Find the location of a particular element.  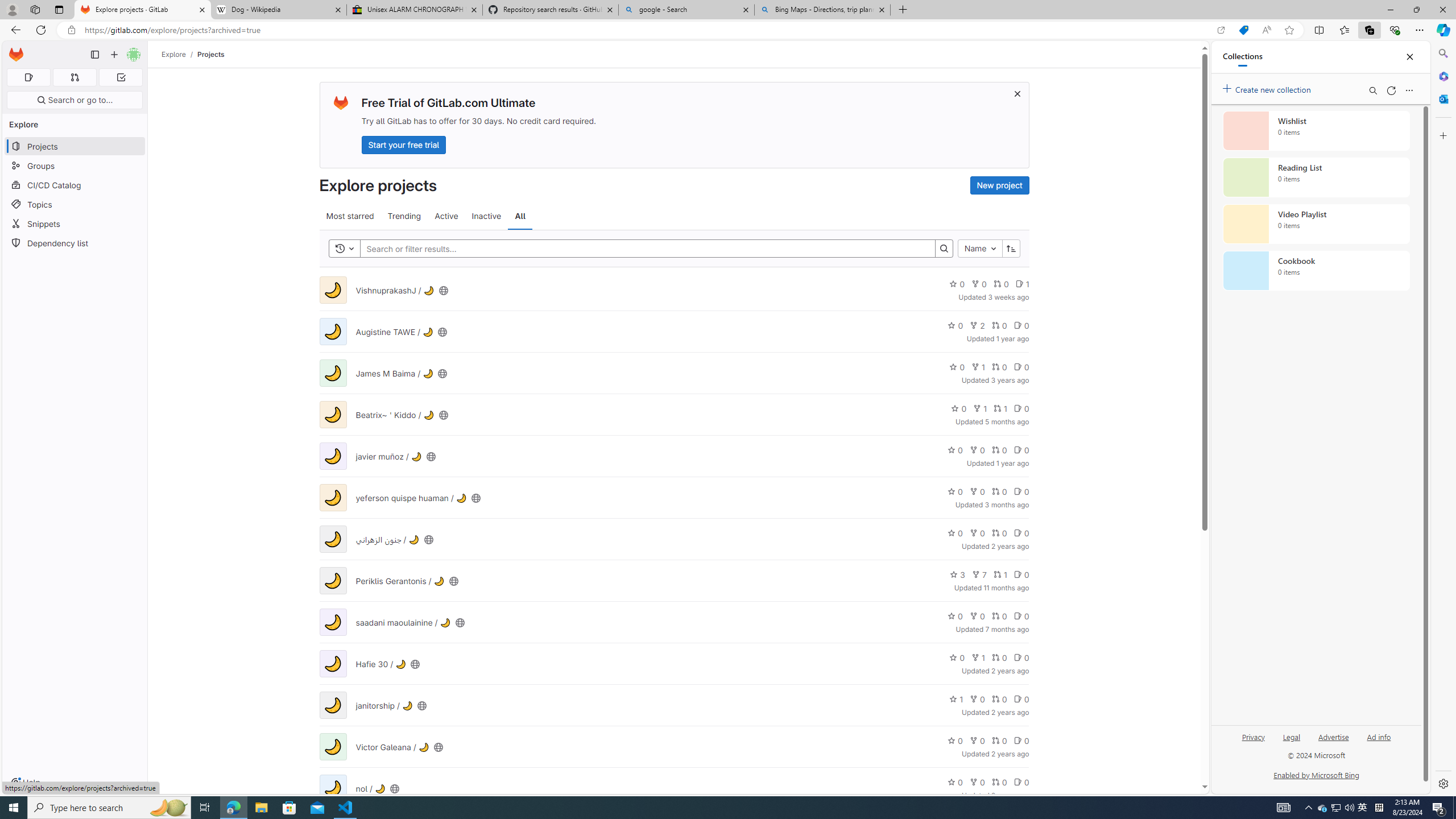

'Cookbook collection, 0 items' is located at coordinates (1316, 270).